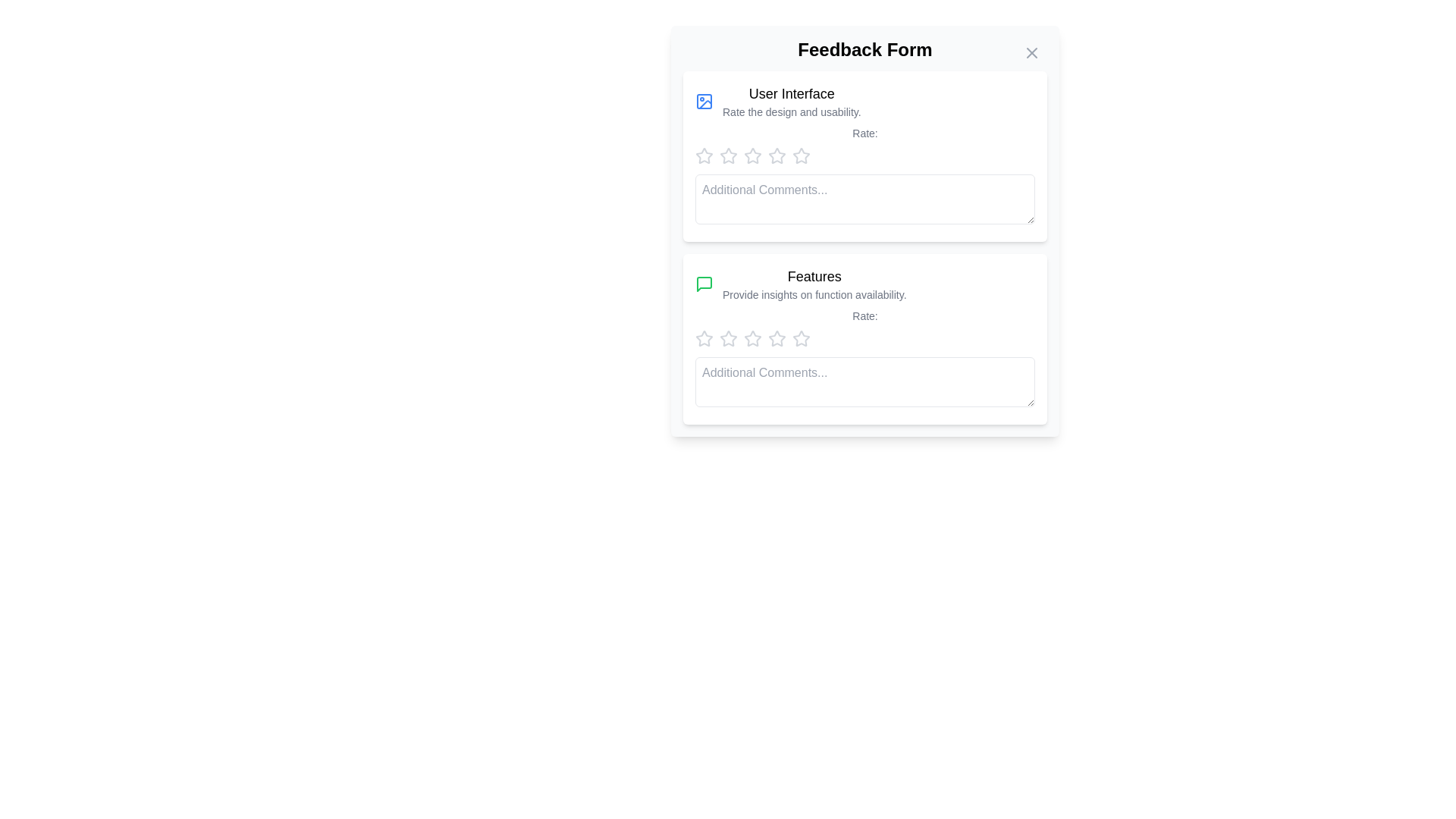  I want to click on the sixth star in the horizontal sequence of seven rating stars in the 'Features' section of the feedback form, so click(777, 338).